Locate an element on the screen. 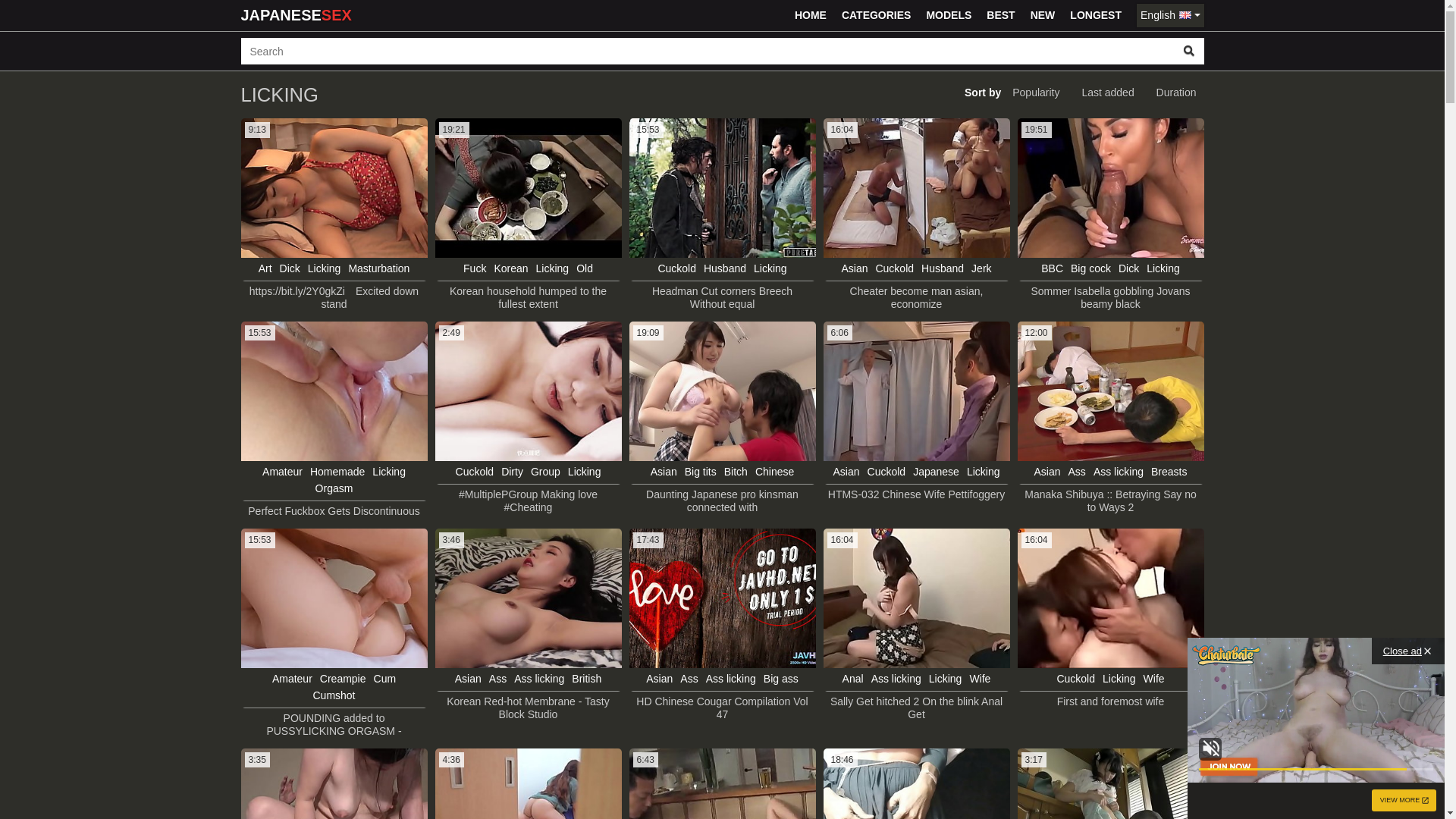  'Cheater become man asian, economize' is located at coordinates (915, 298).